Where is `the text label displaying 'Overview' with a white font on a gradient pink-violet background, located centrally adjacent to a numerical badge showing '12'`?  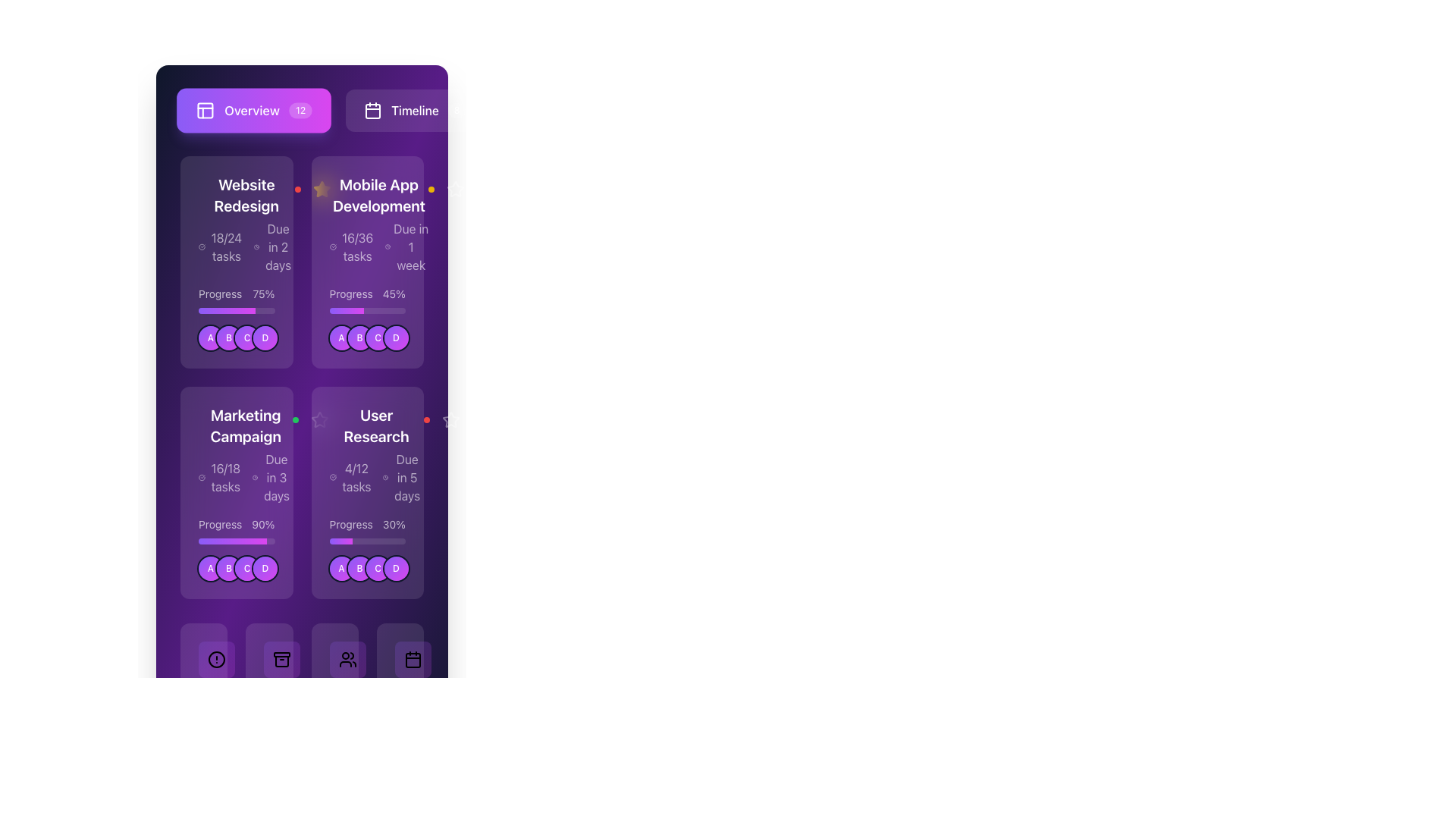
the text label displaying 'Overview' with a white font on a gradient pink-violet background, located centrally adjacent to a numerical badge showing '12' is located at coordinates (252, 110).